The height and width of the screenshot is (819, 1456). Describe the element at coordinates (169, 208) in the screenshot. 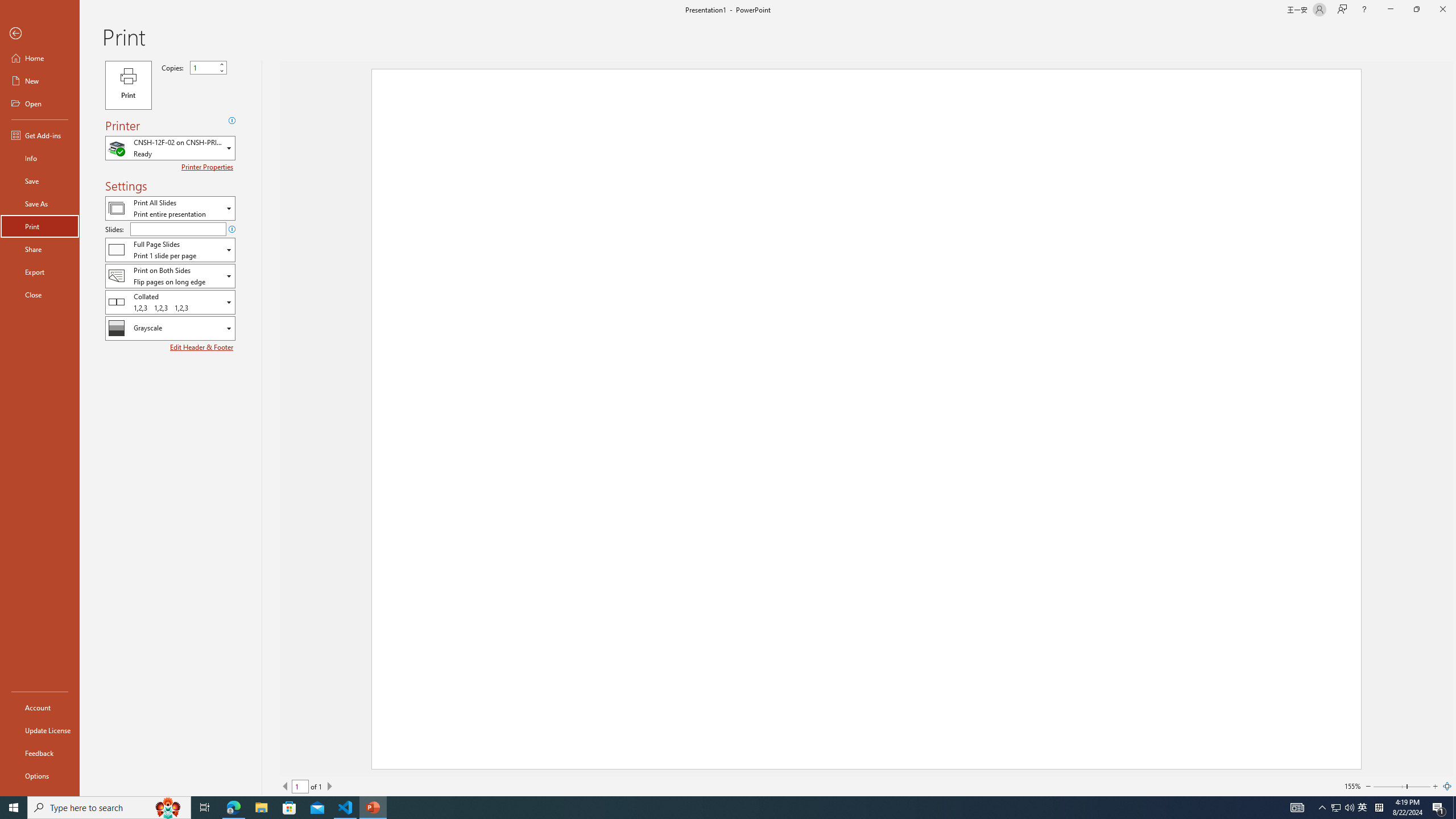

I see `'Print What'` at that location.